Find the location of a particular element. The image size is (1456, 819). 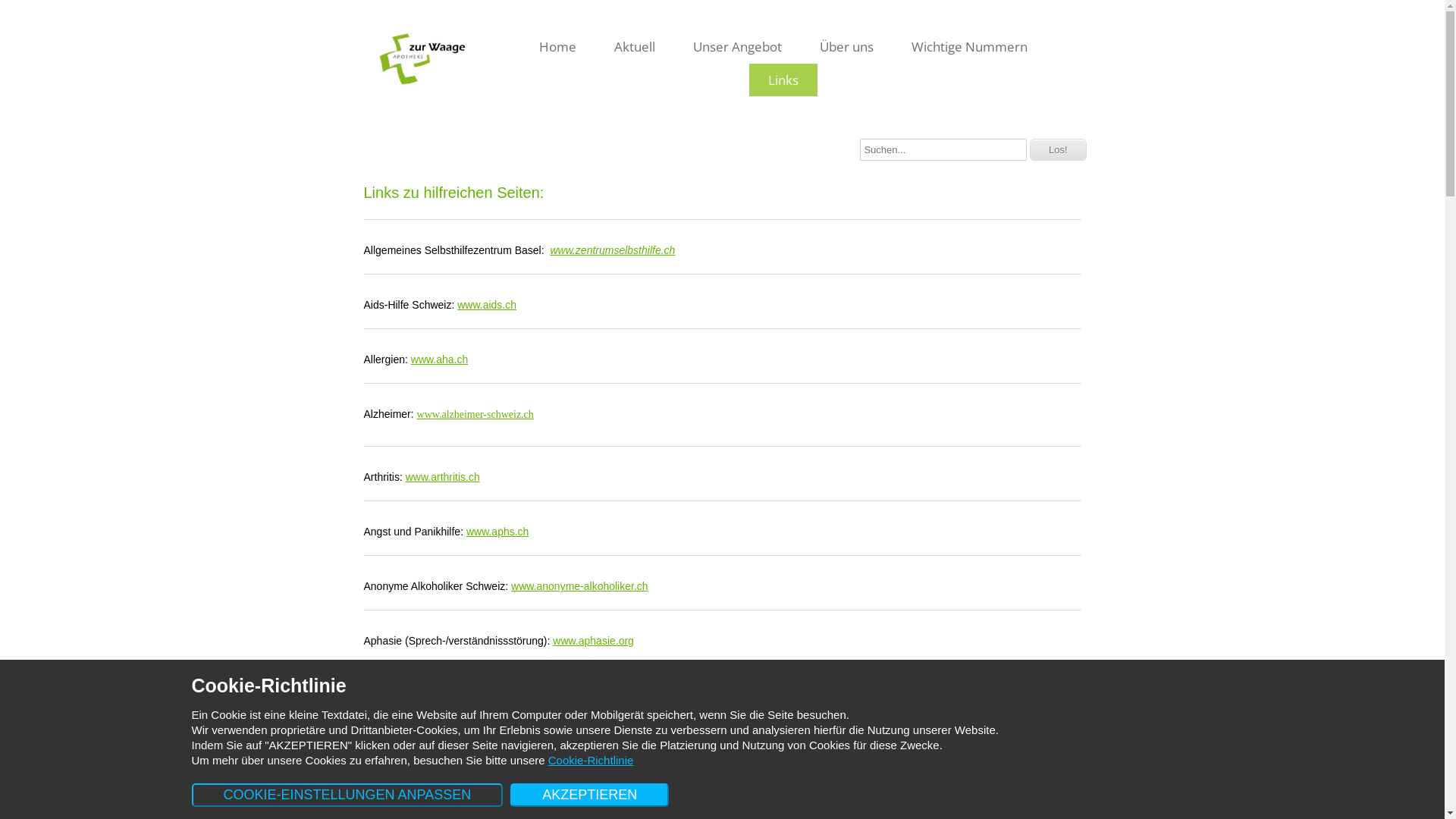

'Wichtige Nummern' is located at coordinates (968, 45).